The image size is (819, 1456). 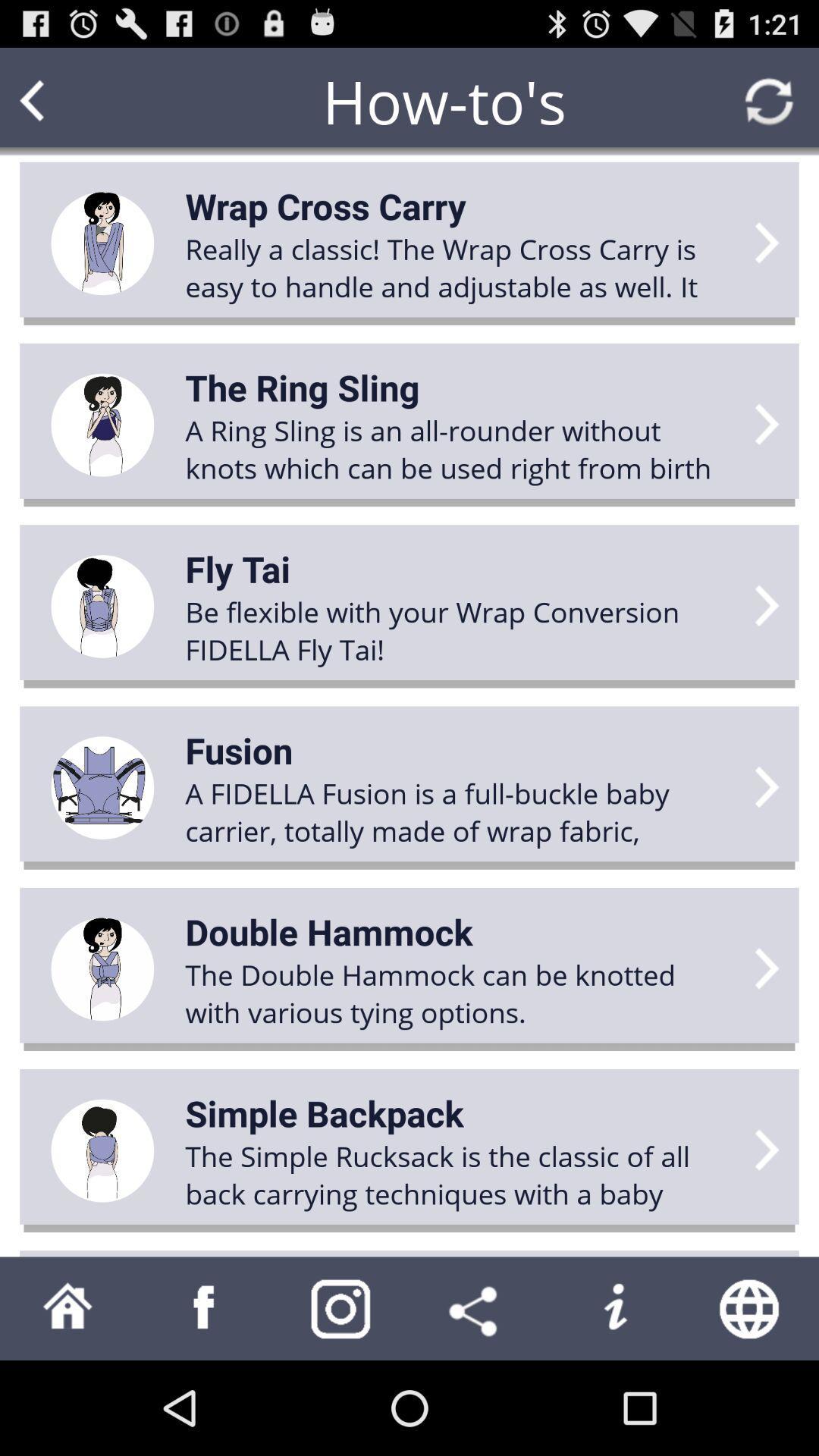 What do you see at coordinates (324, 1113) in the screenshot?
I see `simple backpack icon` at bounding box center [324, 1113].